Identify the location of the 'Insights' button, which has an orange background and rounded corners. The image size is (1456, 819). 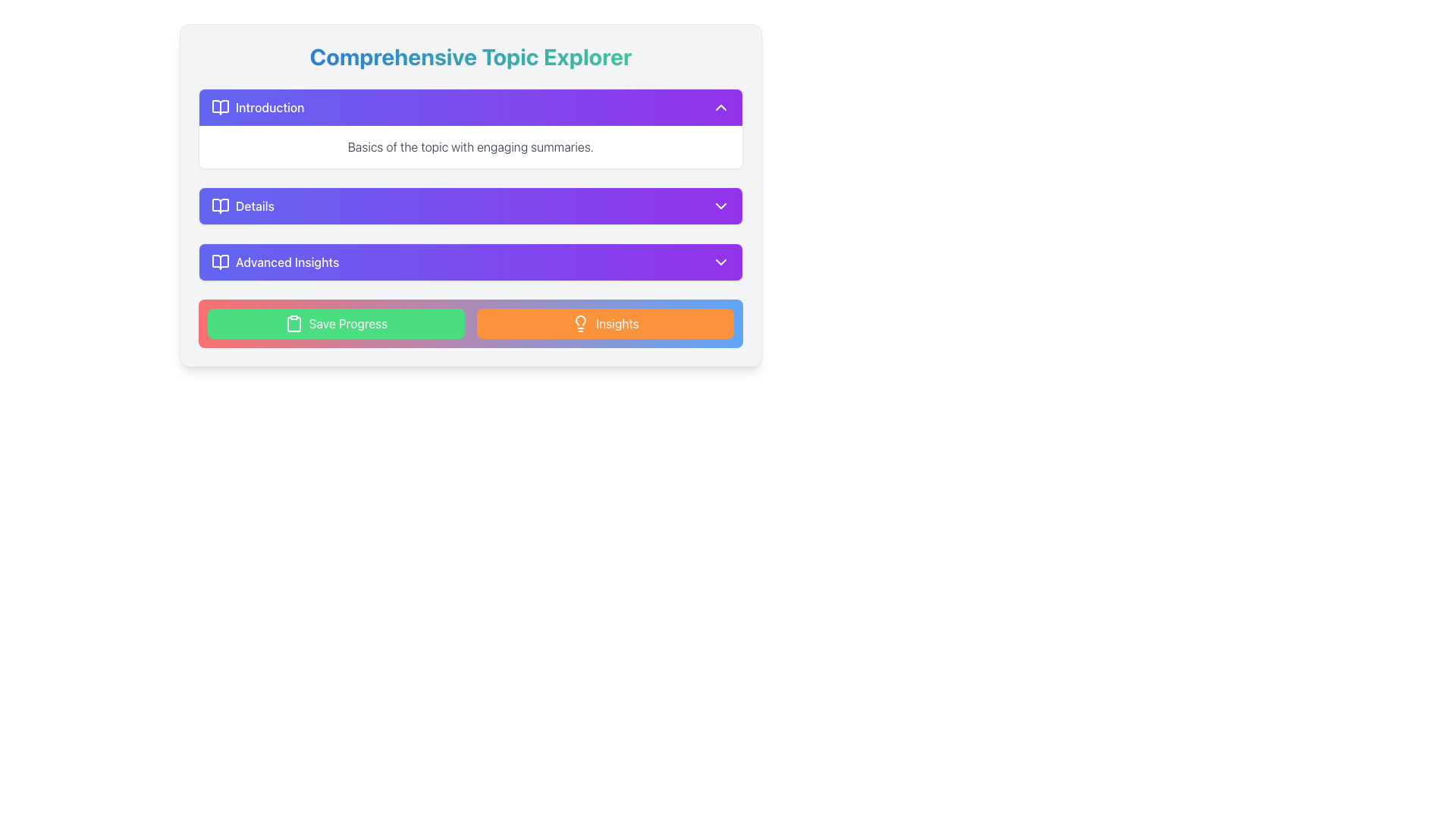
(604, 323).